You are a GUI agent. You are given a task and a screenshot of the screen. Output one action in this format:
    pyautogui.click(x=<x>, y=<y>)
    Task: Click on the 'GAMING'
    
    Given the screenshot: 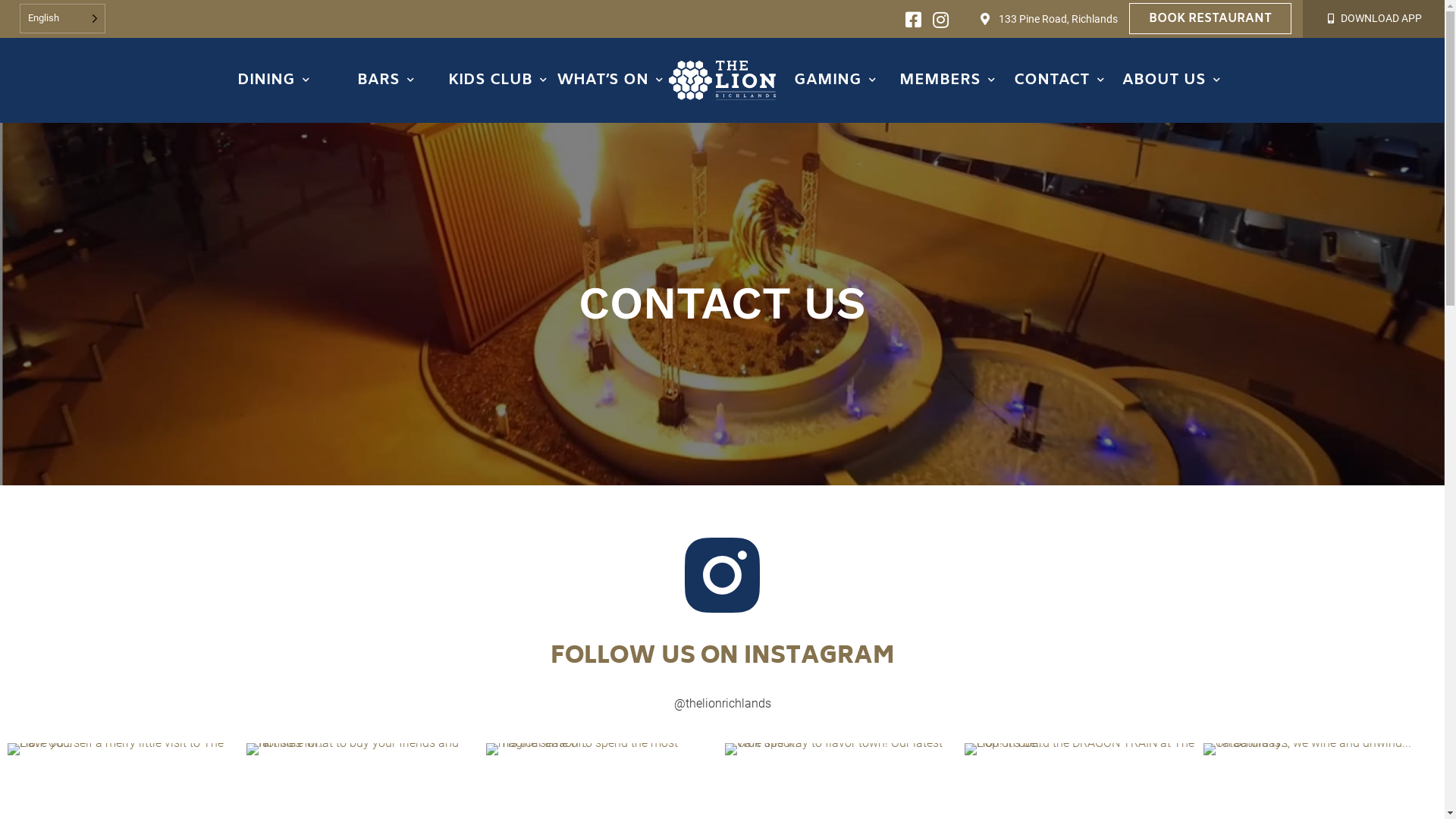 What is the action you would take?
    pyautogui.click(x=833, y=80)
    